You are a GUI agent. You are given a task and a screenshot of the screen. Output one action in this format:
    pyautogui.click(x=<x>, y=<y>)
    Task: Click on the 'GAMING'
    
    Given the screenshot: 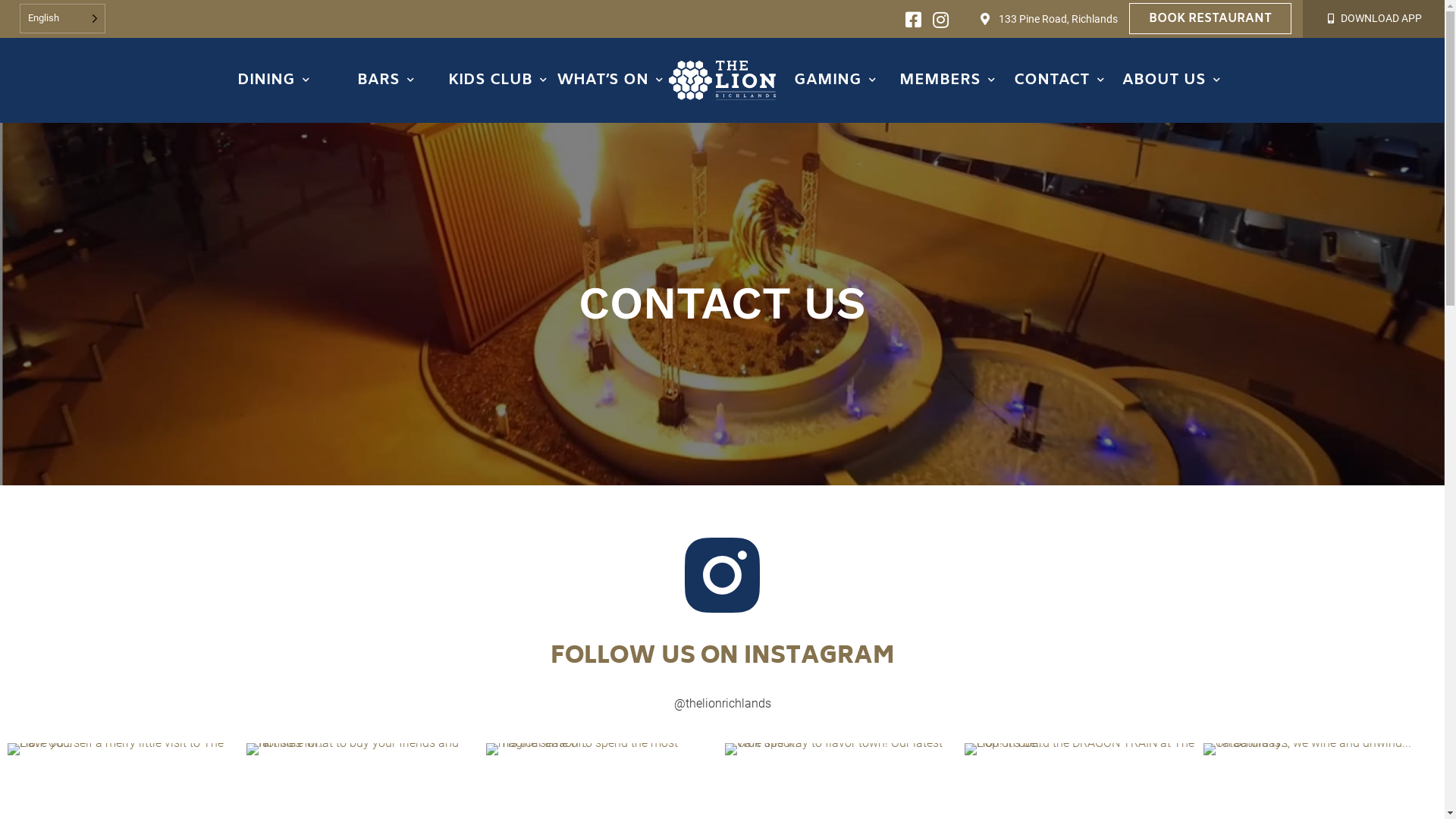 What is the action you would take?
    pyautogui.click(x=833, y=80)
    